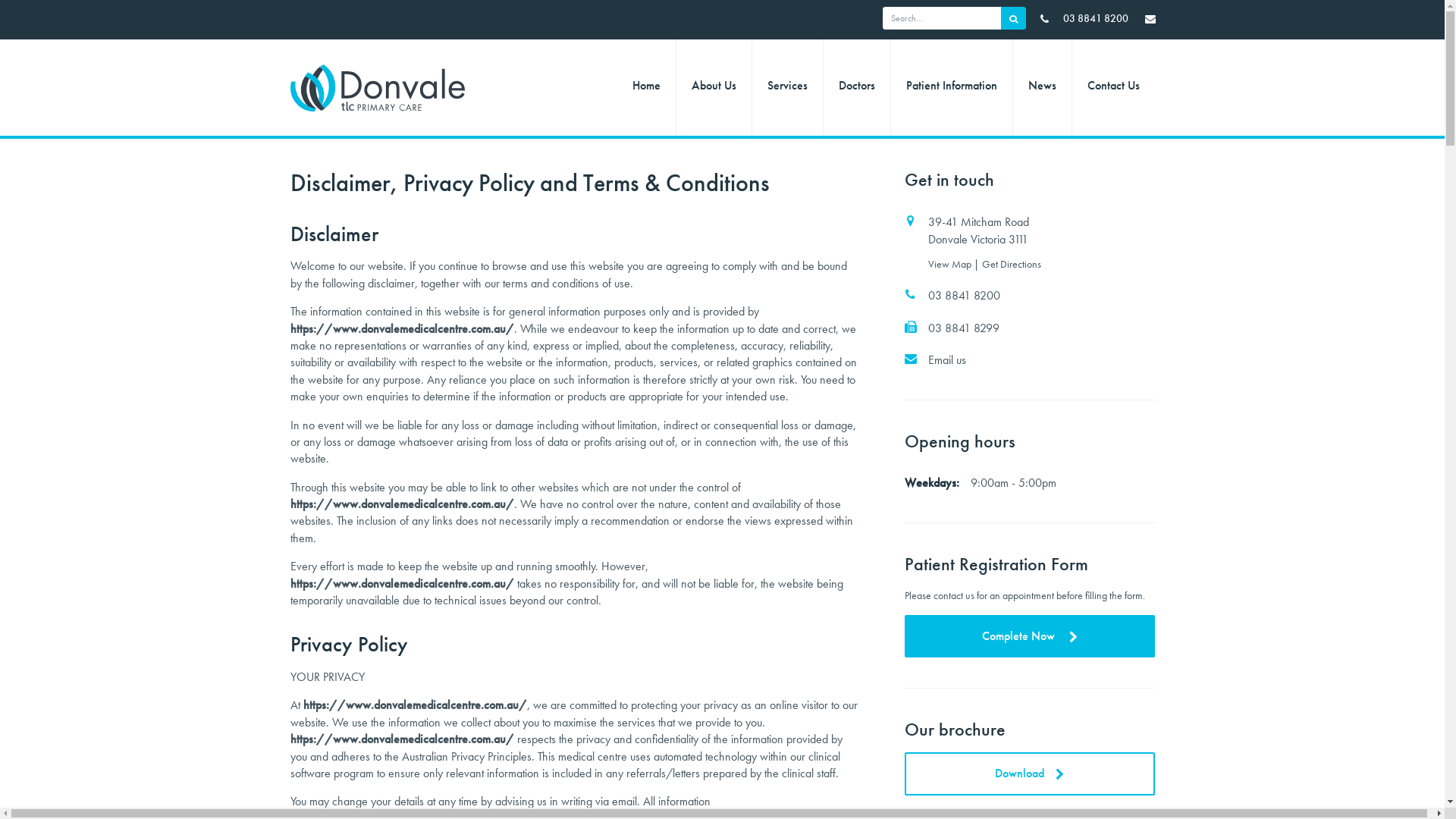 This screenshot has height=819, width=1456. I want to click on 'TLC Primary Care - Donvale | Email Us', so click(1138, 18).